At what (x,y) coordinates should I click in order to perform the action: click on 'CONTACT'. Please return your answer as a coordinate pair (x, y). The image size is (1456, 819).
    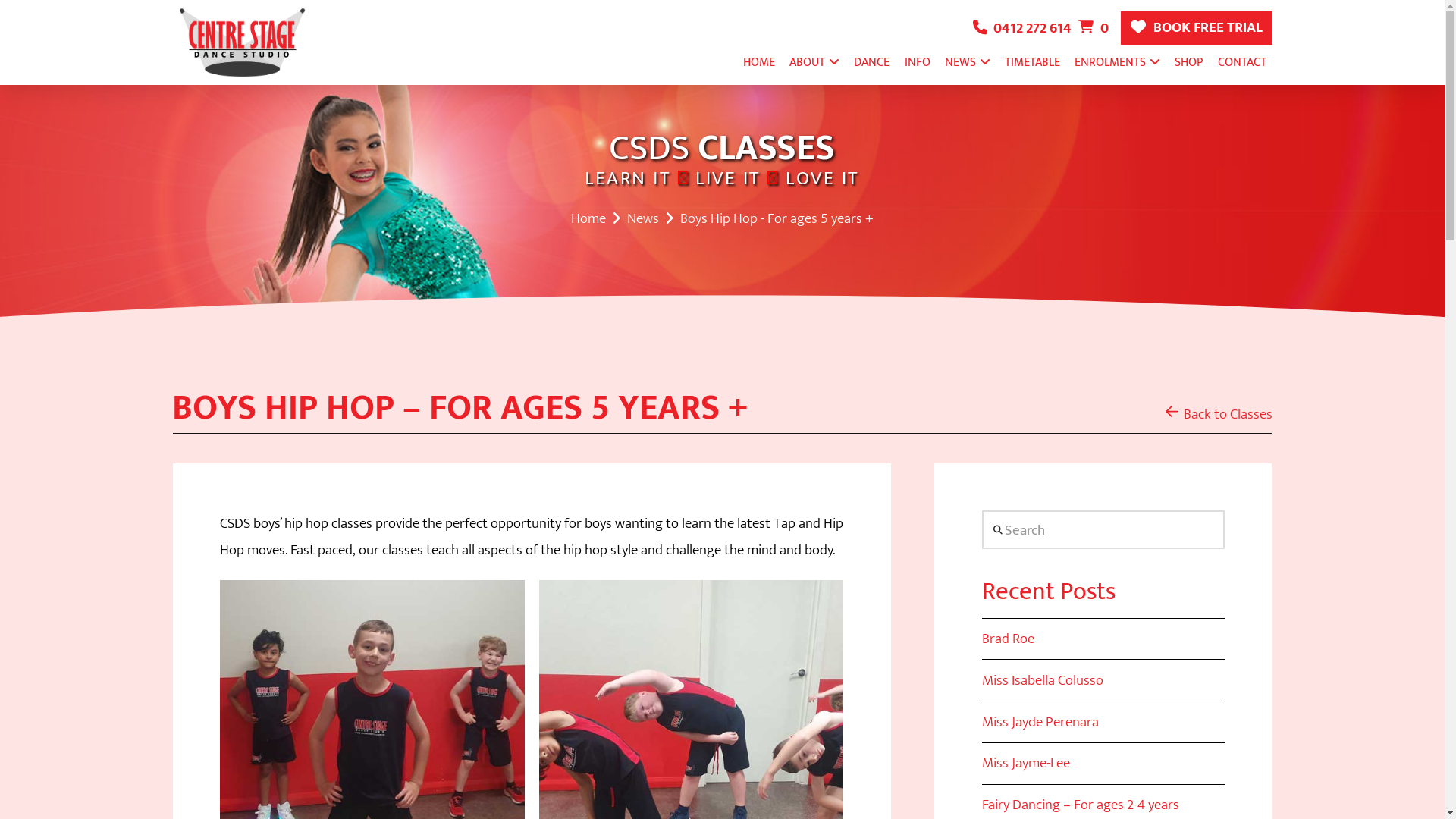
    Looking at the image, I should click on (1241, 61).